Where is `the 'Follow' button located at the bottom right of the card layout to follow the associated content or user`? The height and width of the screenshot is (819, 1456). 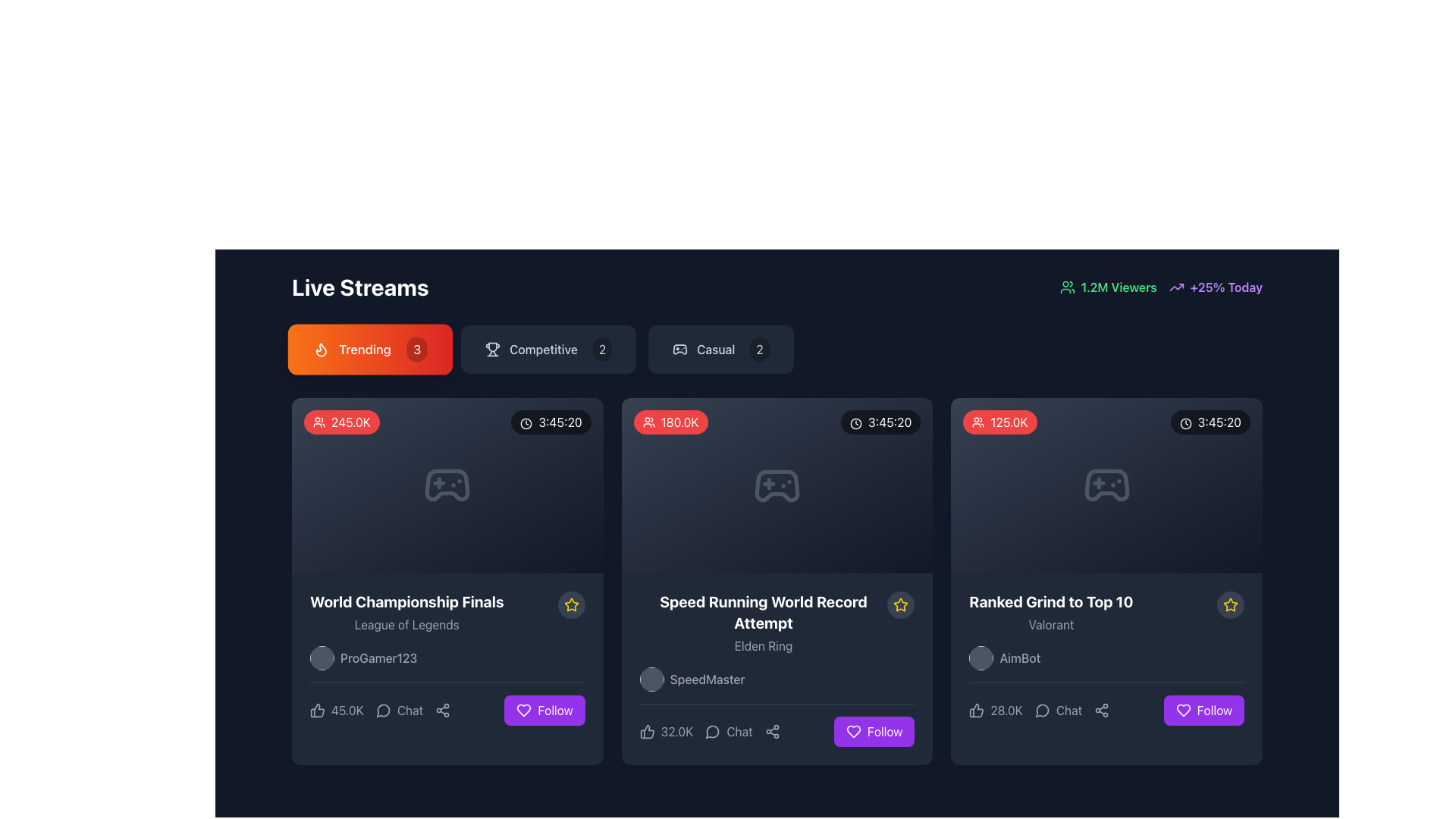
the 'Follow' button located at the bottom right of the card layout to follow the associated content or user is located at coordinates (554, 711).